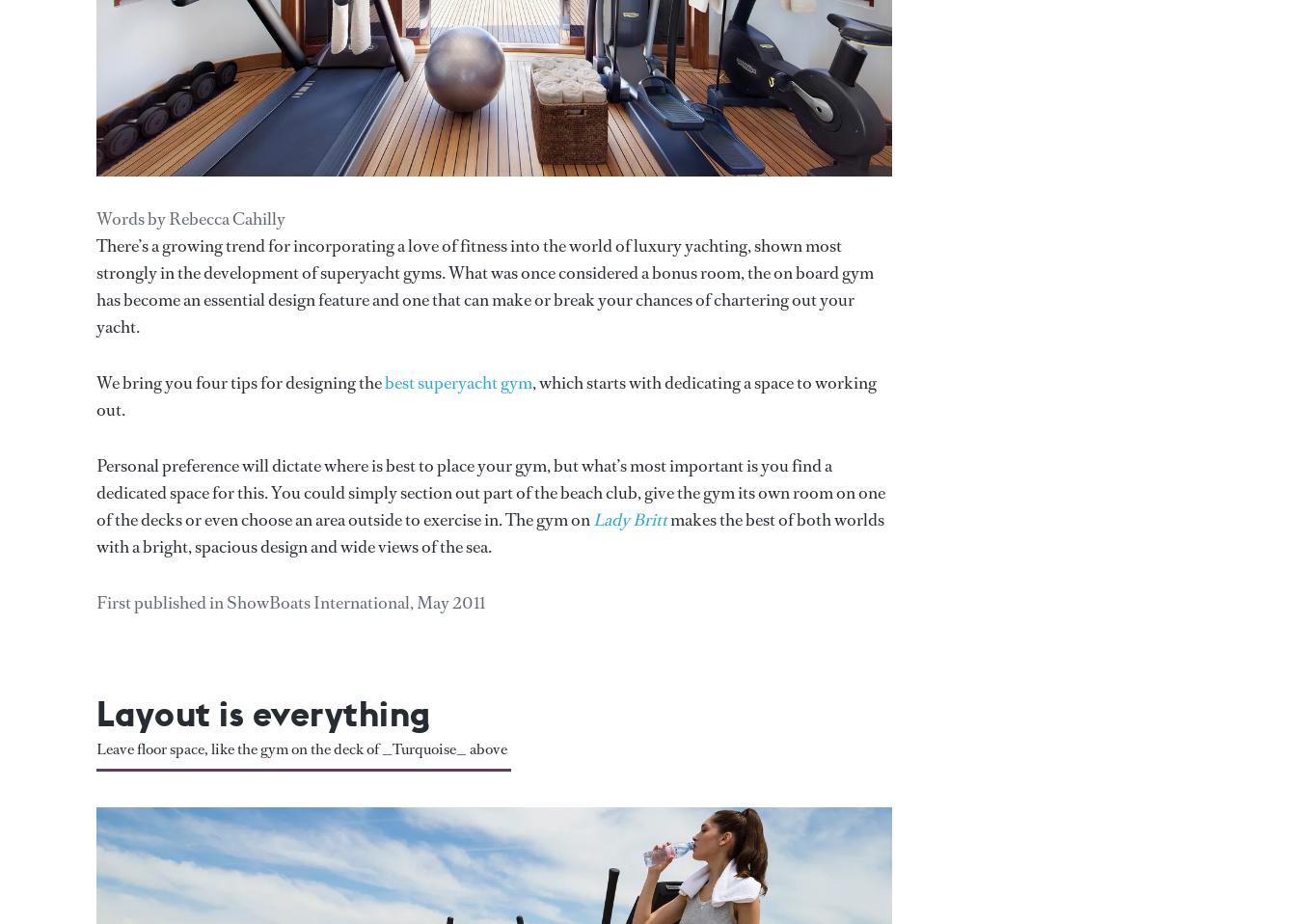  What do you see at coordinates (489, 491) in the screenshot?
I see `'Personal preference will dictate where is best to place your gym, but what’s most important is you find a dedicated space for this. You could simply section out part of the beach club, give the gym its own room on one of the decks or even choose an area outside to exercise in. The gym on'` at bounding box center [489, 491].